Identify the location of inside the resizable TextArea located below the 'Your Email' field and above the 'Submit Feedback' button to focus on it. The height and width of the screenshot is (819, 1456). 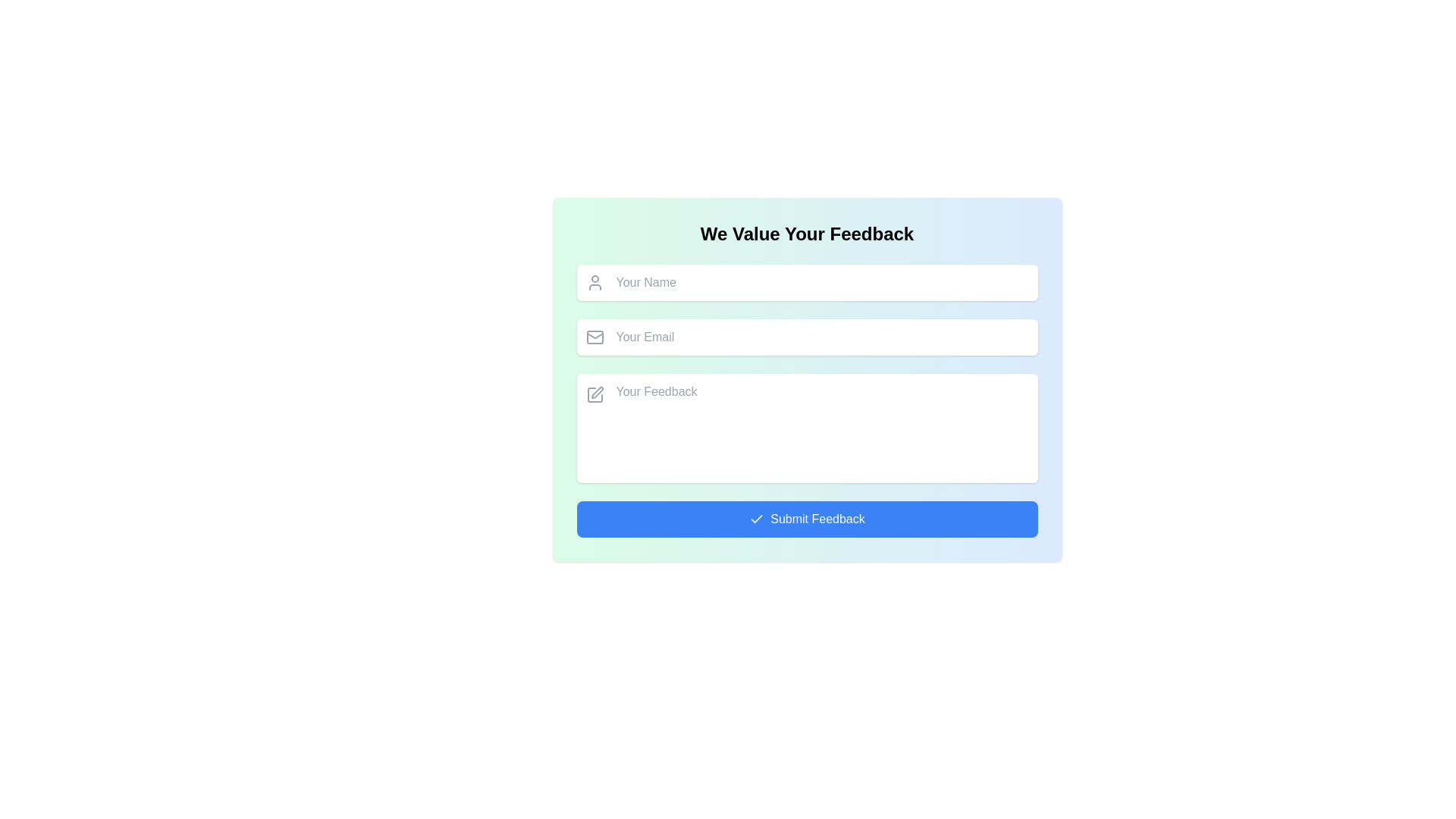
(815, 428).